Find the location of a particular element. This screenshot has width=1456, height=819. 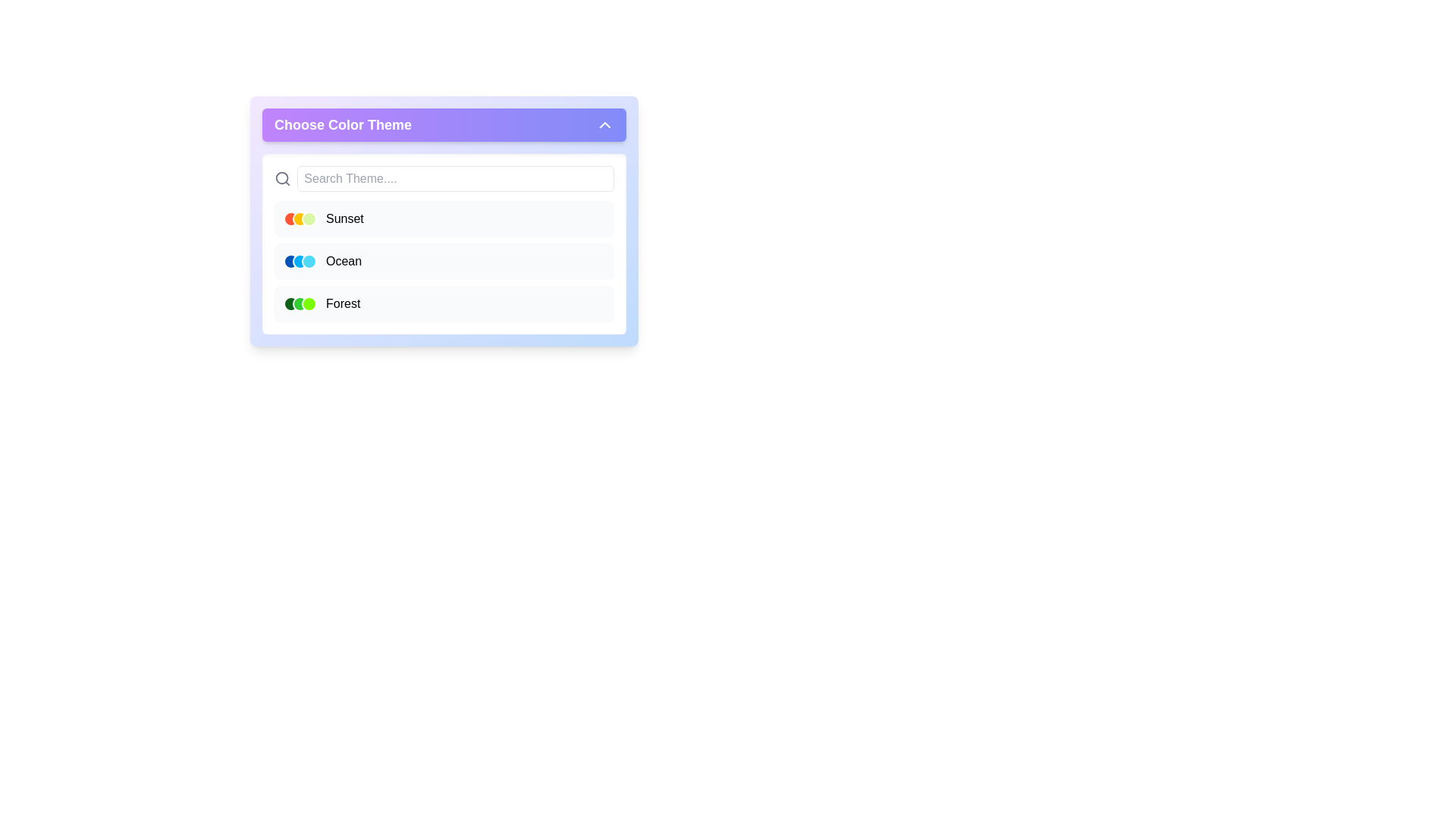

the Icon group representing the theme option for the 'Forest' entry in the 'Choose Color Theme' dropdown menu to associate it with the 'Forest' theme is located at coordinates (300, 304).